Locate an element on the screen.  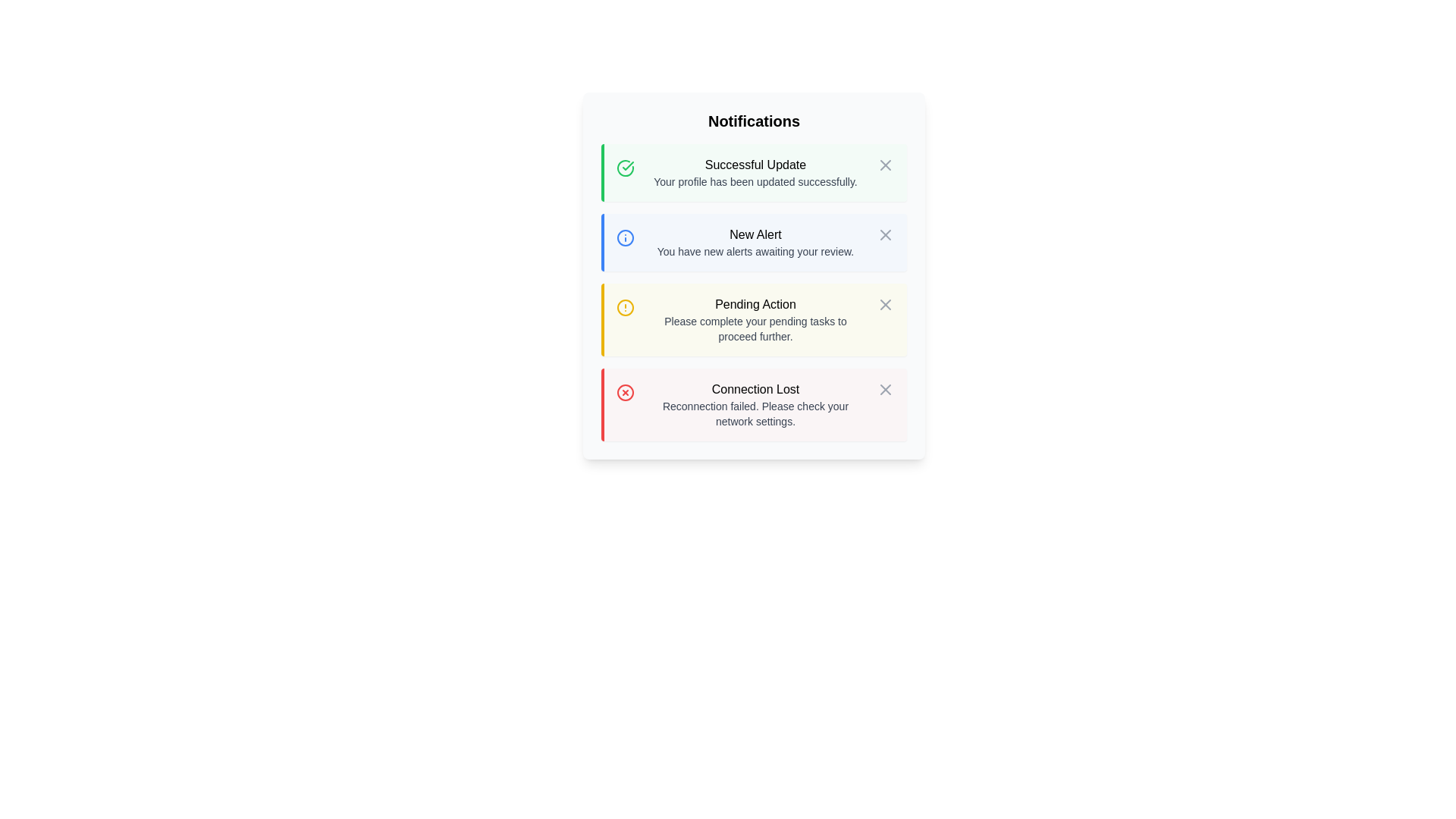
the Text Label that displays the message 'Your profile has been updated successfully.', which is styled in a smaller font and gray color, located below the 'Successful Update' heading in the notification card is located at coordinates (755, 180).